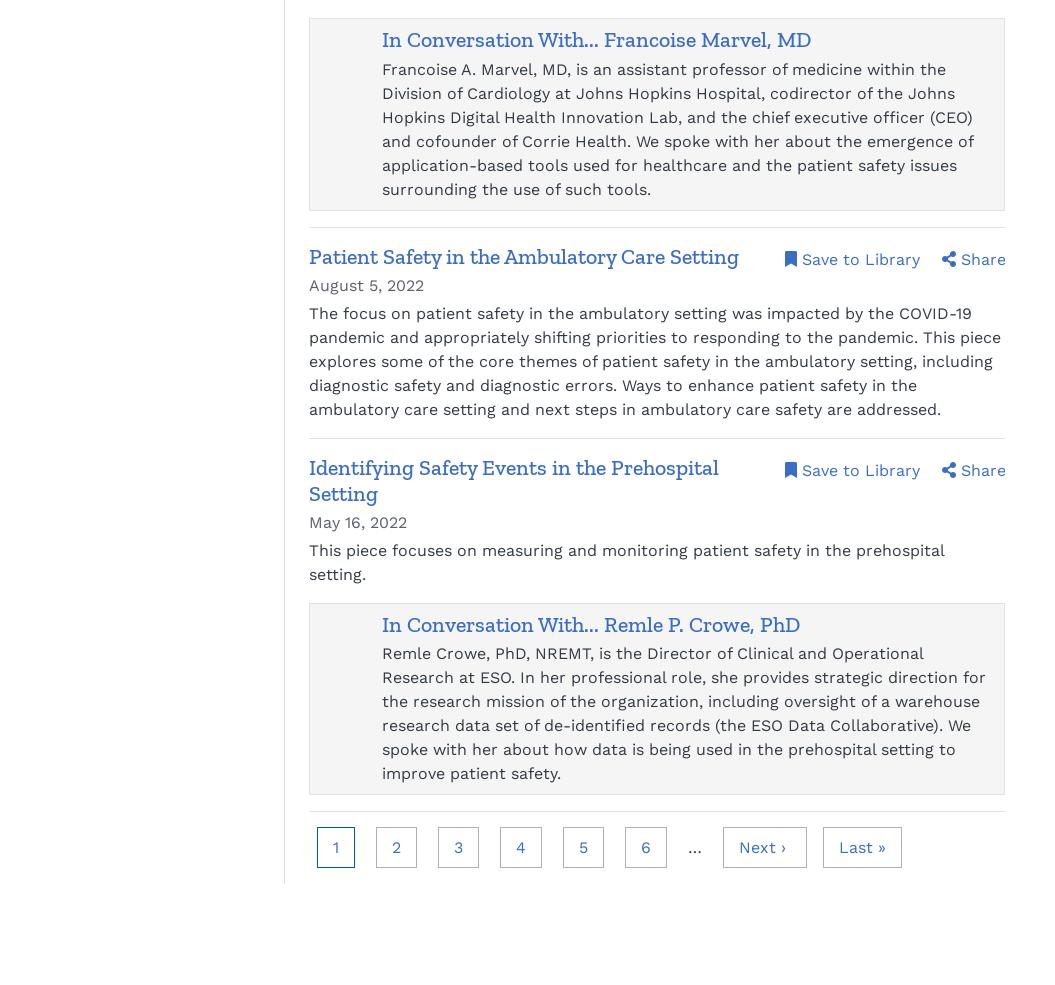  What do you see at coordinates (396, 846) in the screenshot?
I see `'2'` at bounding box center [396, 846].